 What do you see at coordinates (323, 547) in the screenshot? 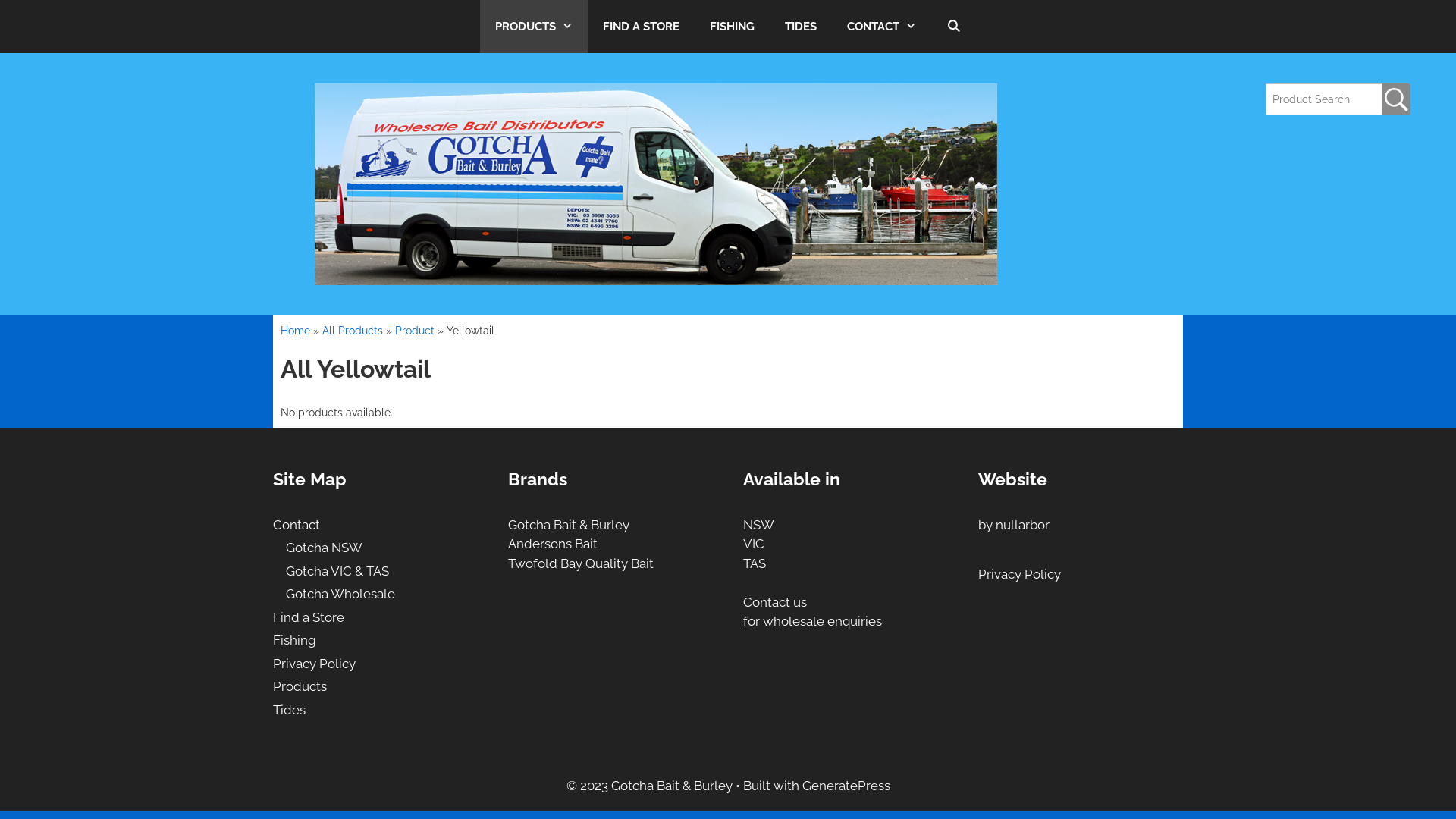
I see `'Gotcha NSW'` at bounding box center [323, 547].